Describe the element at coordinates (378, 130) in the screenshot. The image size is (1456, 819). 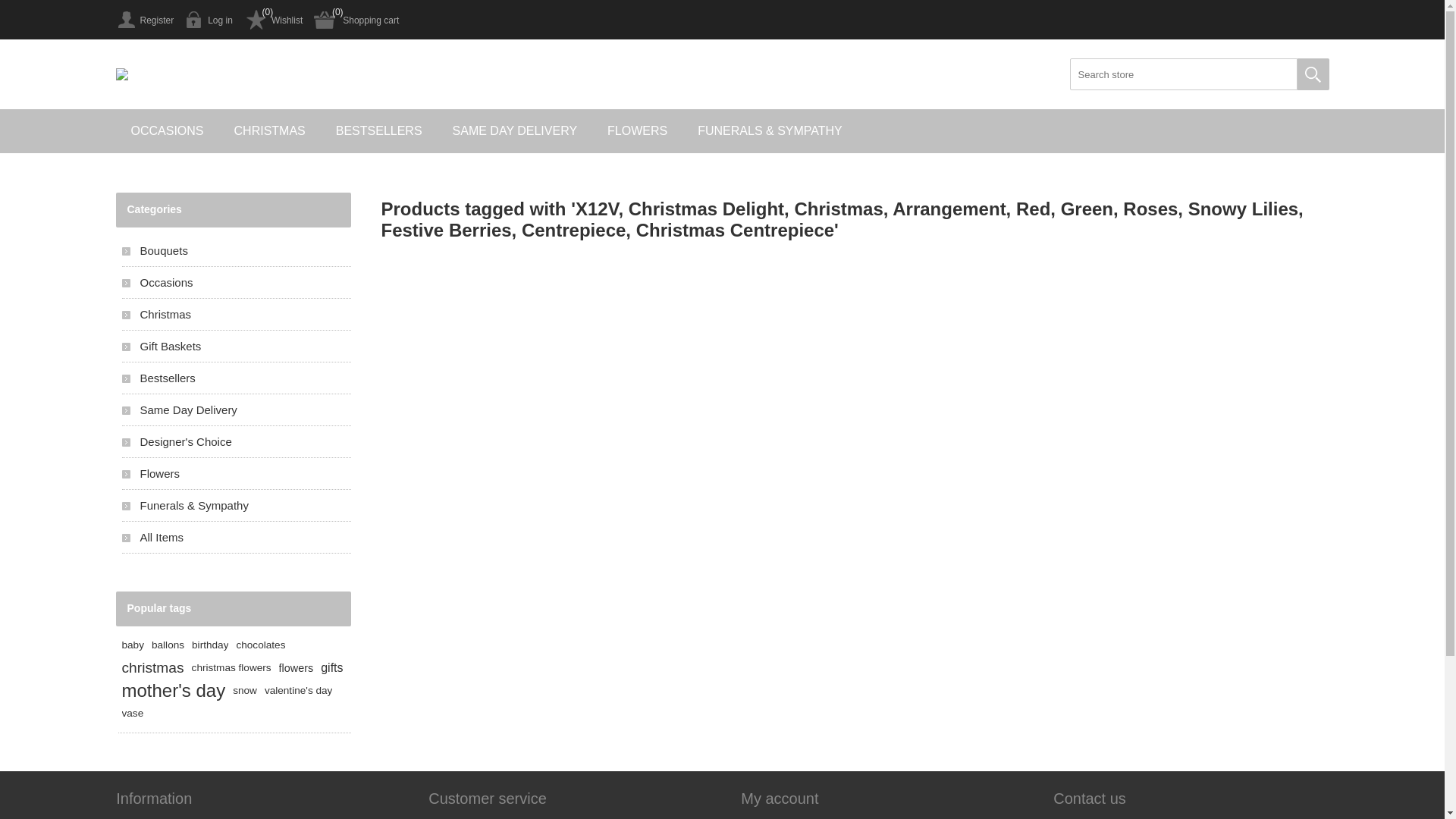
I see `'BESTSELLERS'` at that location.